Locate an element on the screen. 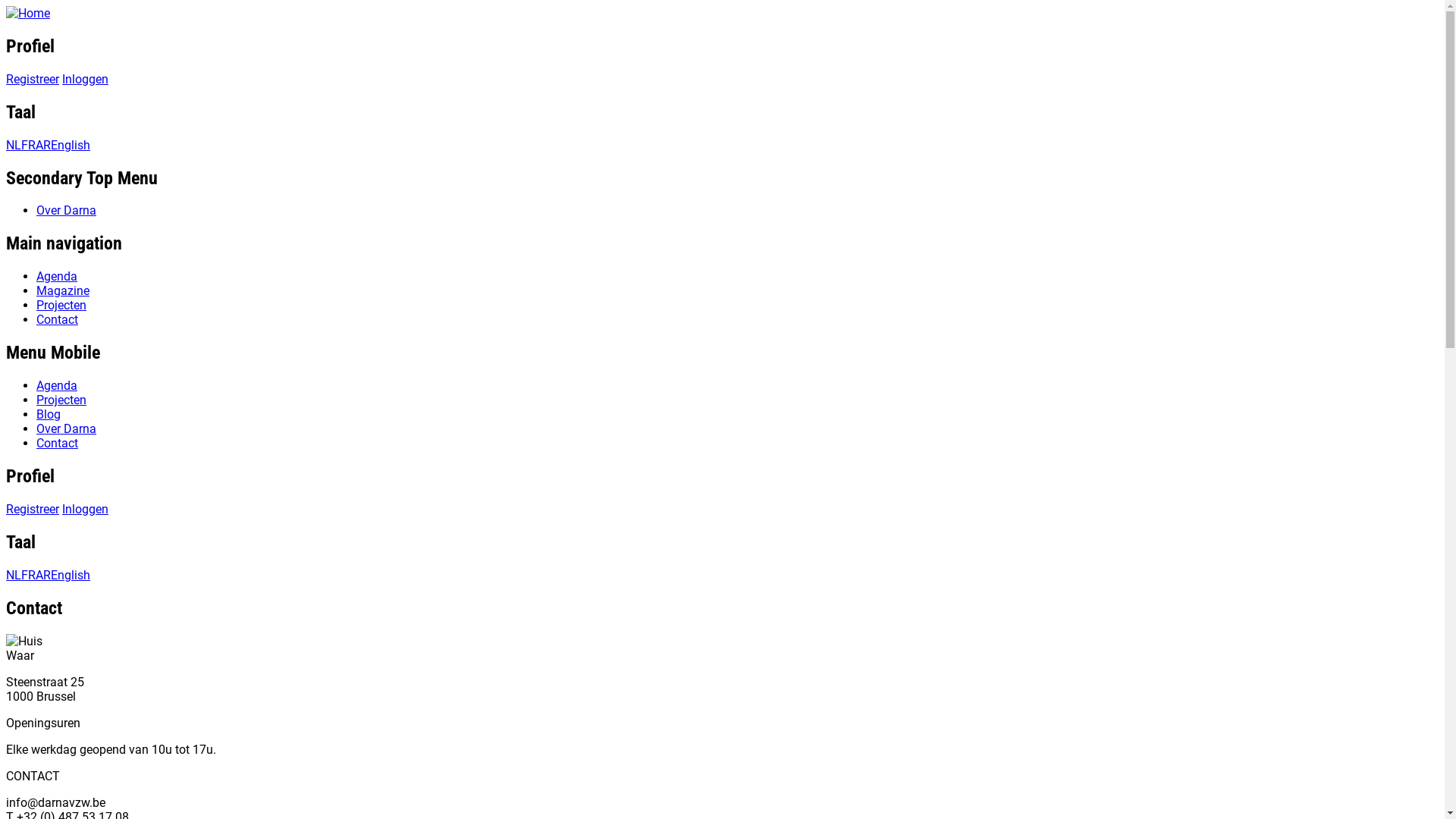  'Over Darna' is located at coordinates (36, 428).